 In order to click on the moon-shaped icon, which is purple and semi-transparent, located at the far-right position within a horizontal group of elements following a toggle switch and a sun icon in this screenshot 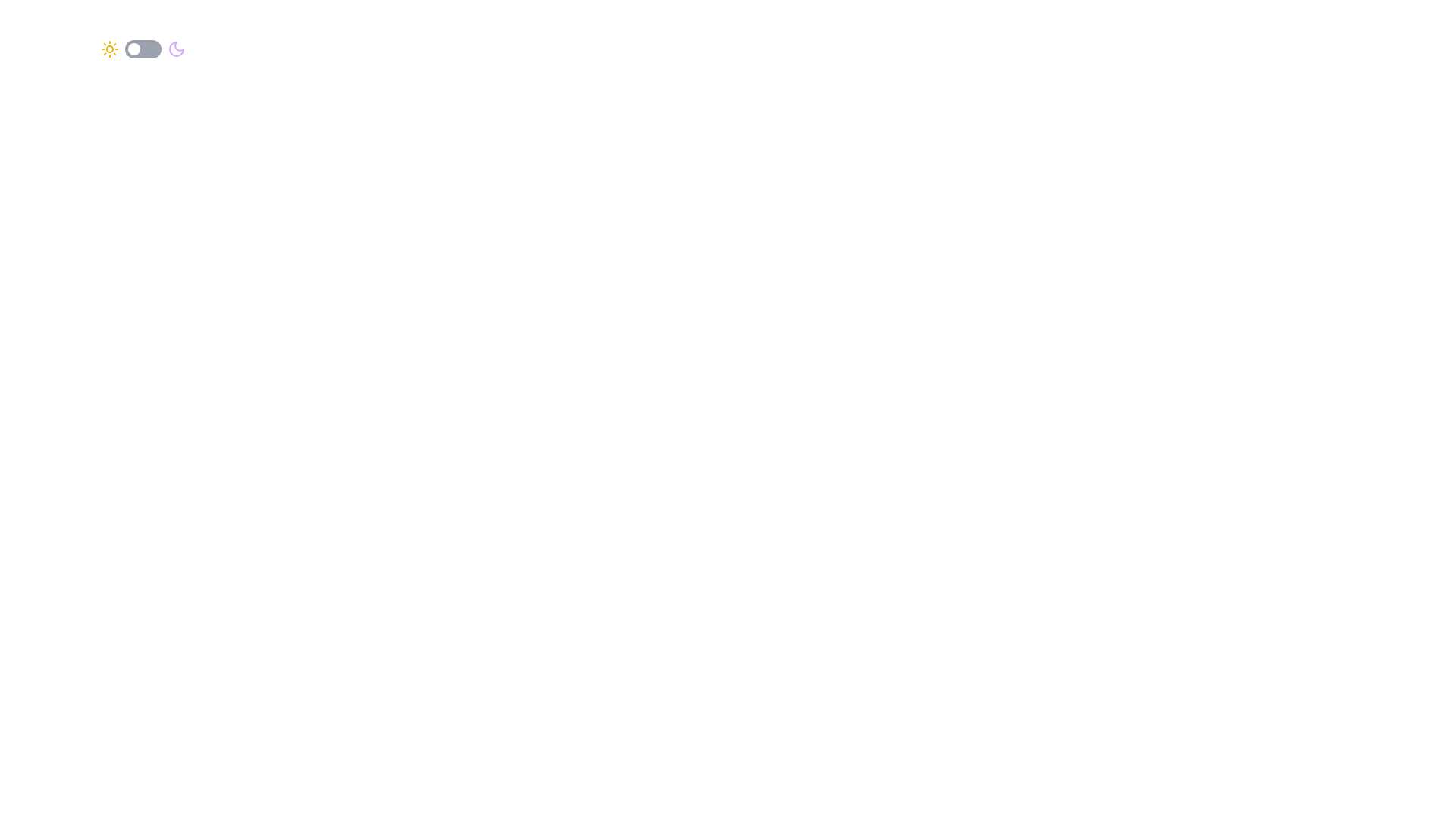, I will do `click(177, 49)`.